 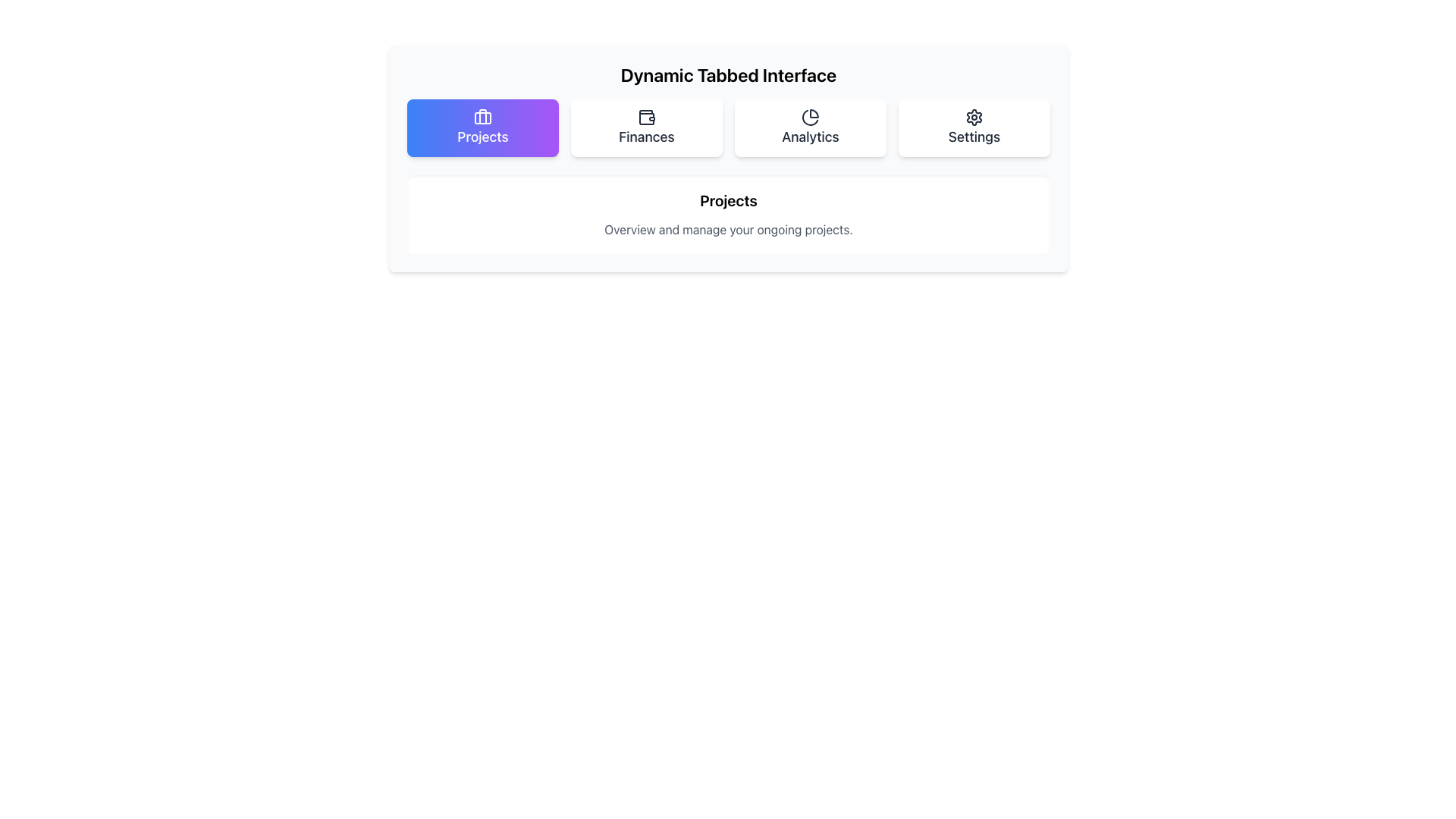 What do you see at coordinates (482, 116) in the screenshot?
I see `the 'Projects' icon located in the top-left section of the tabbed interface, which is centered above the text 'Projects'` at bounding box center [482, 116].